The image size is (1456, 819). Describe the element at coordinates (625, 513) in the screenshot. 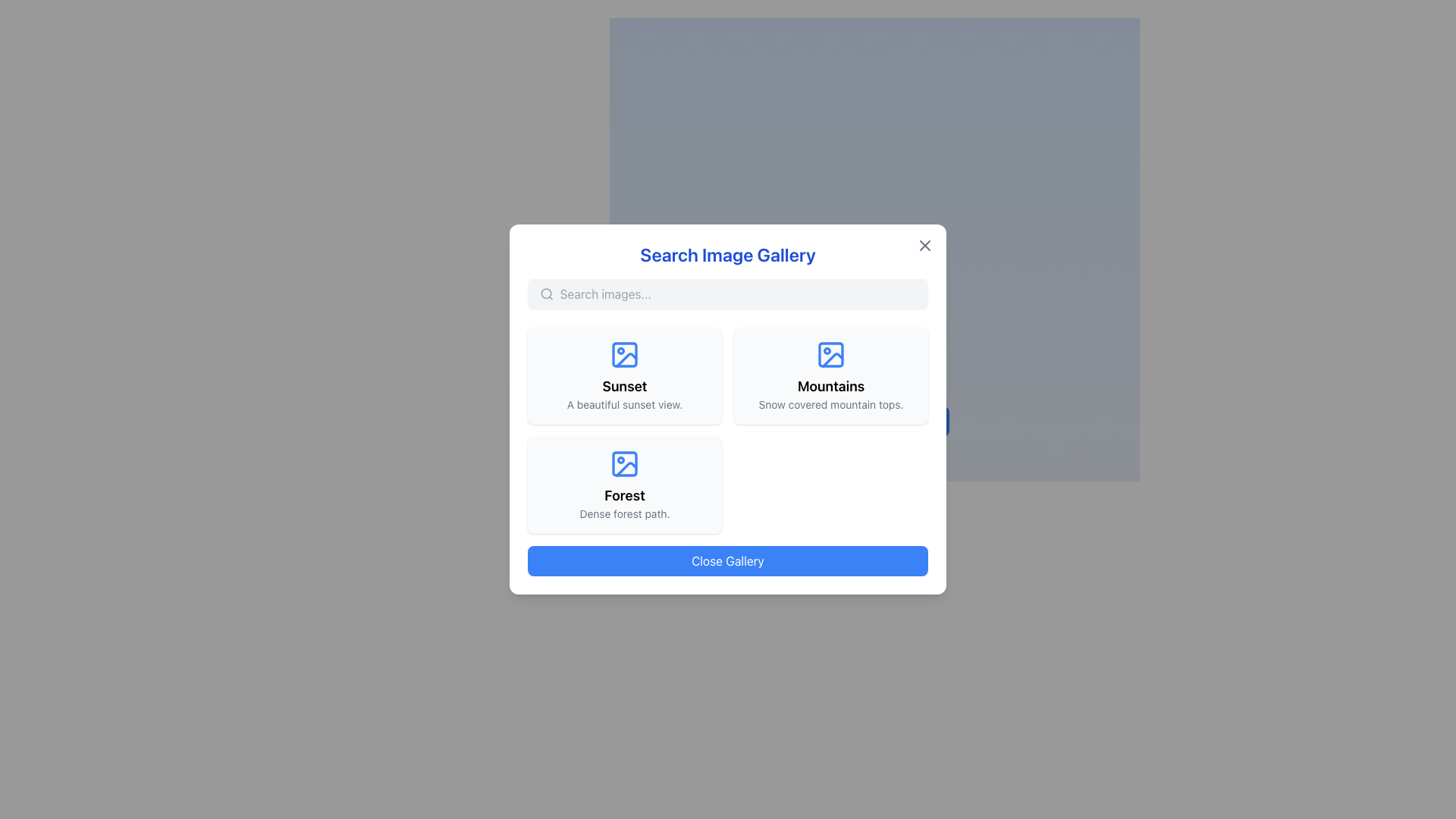

I see `the descriptive caption text located at the bottom of the 'Forest' card in the 'Search Image Gallery' interface` at that location.